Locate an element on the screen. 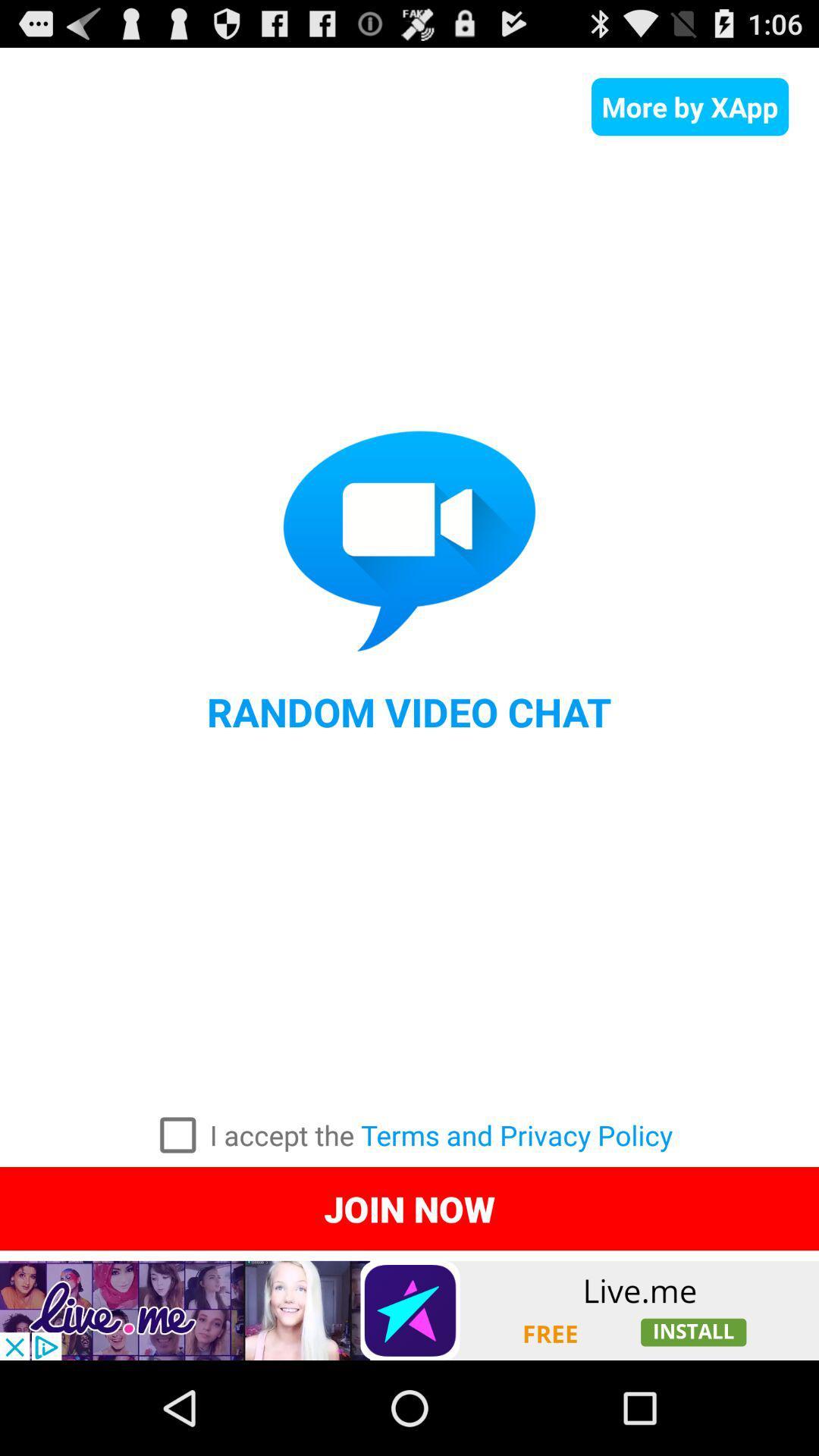 The width and height of the screenshot is (819, 1456). filter is located at coordinates (177, 1135).